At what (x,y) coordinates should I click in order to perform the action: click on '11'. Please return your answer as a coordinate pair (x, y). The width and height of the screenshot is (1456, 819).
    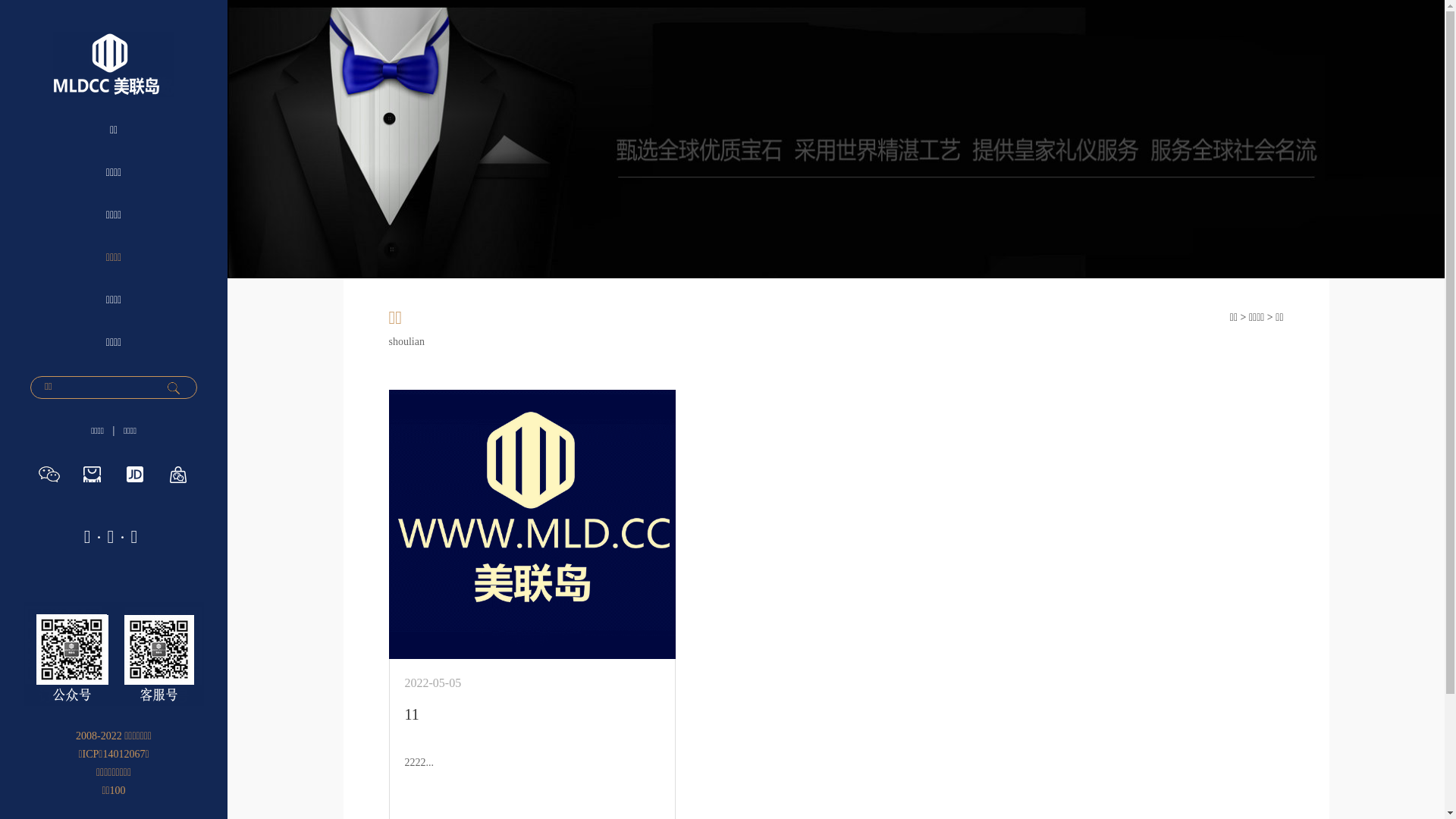
    Looking at the image, I should click on (412, 714).